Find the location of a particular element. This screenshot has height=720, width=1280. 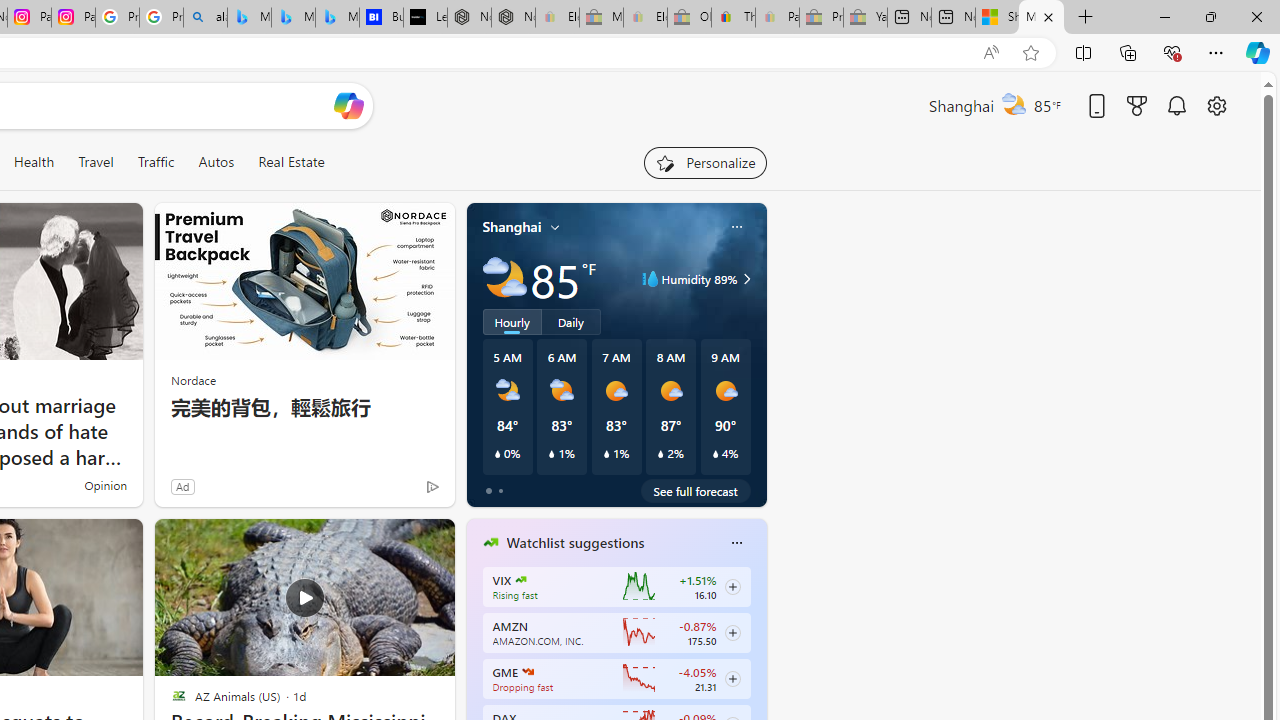

'tab-1' is located at coordinates (500, 491).